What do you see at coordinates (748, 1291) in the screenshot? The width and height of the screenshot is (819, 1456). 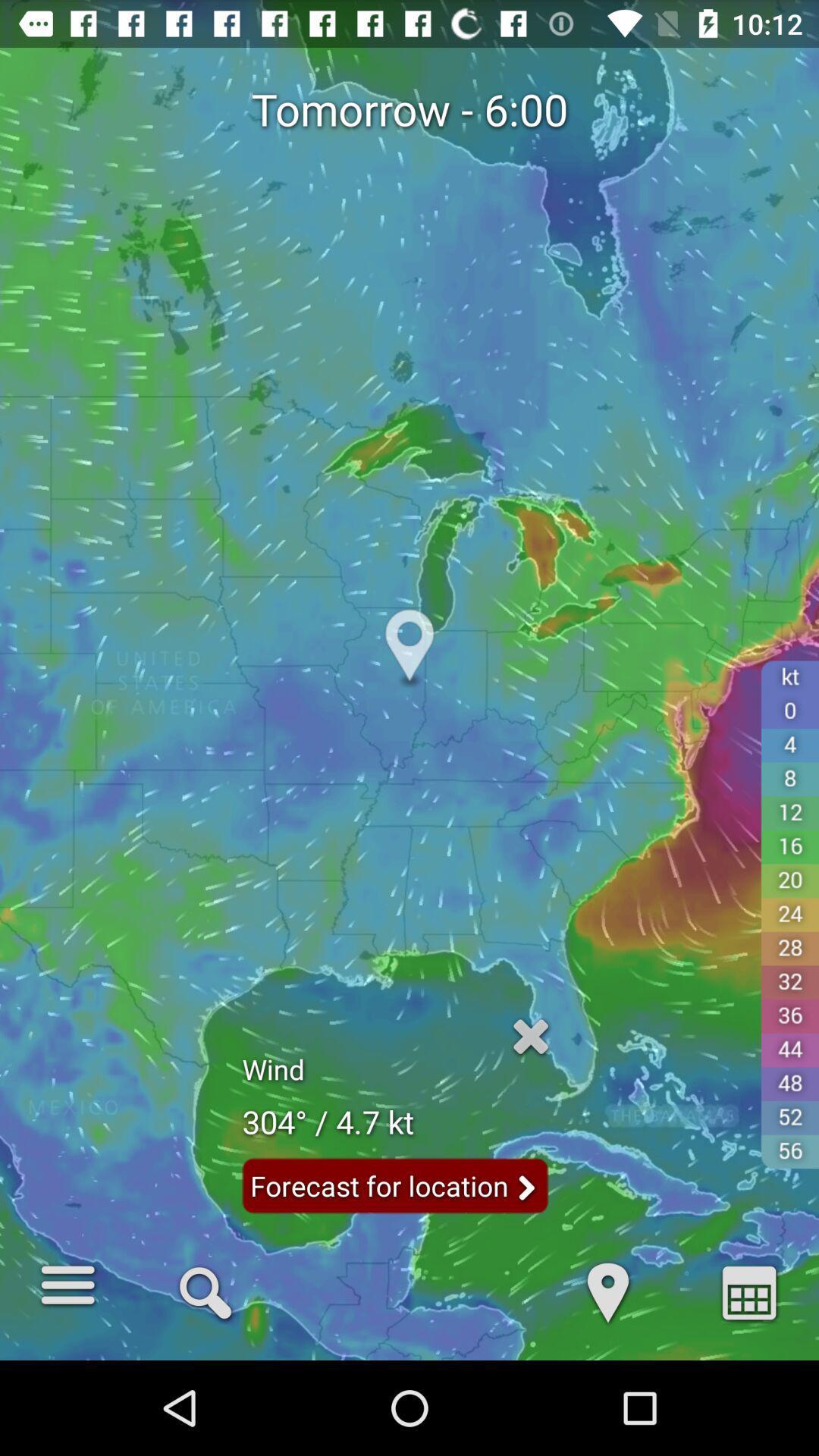 I see `the icon to the right of the d icon` at bounding box center [748, 1291].